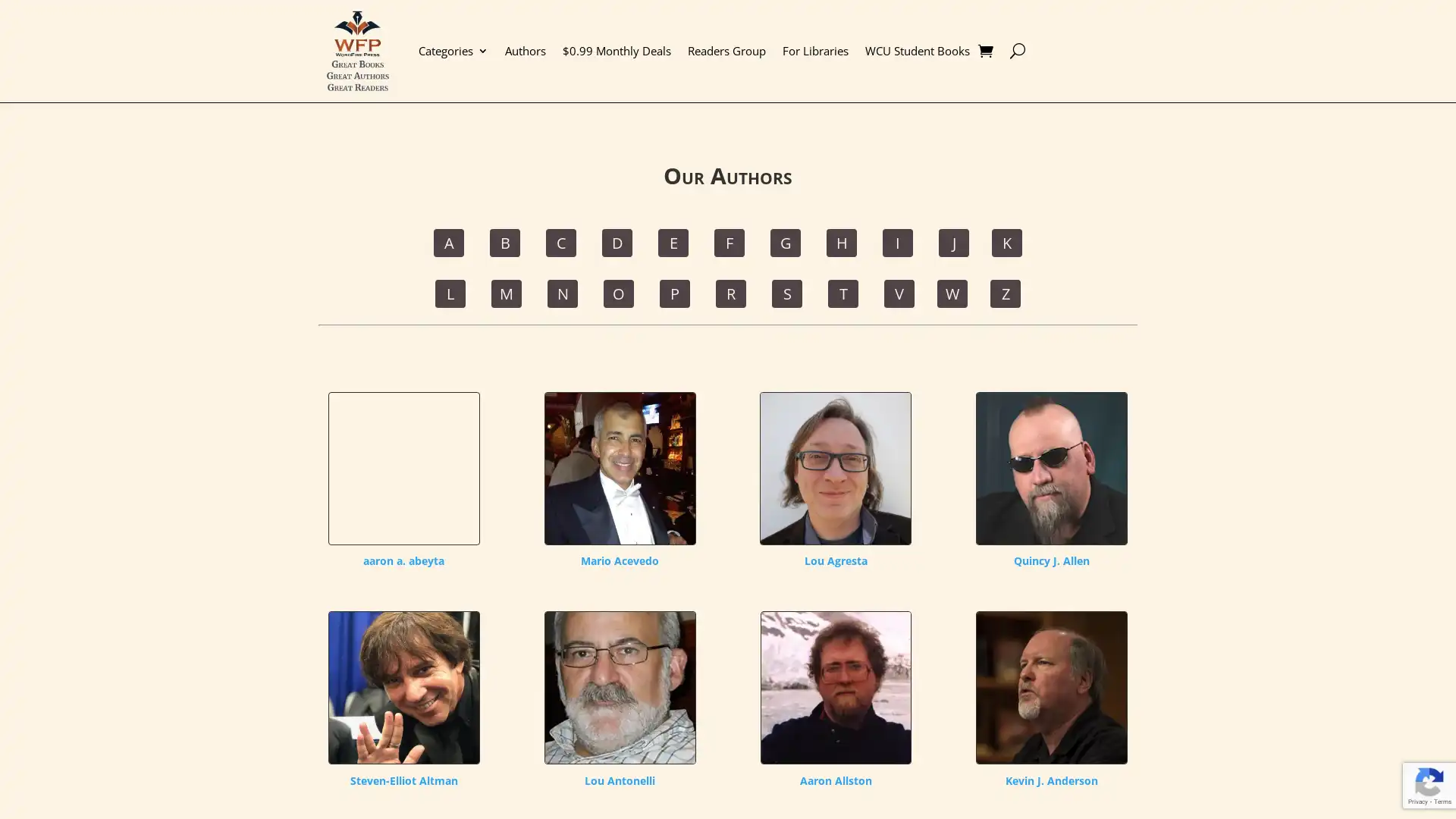 The height and width of the screenshot is (819, 1456). I want to click on A, so click(447, 241).